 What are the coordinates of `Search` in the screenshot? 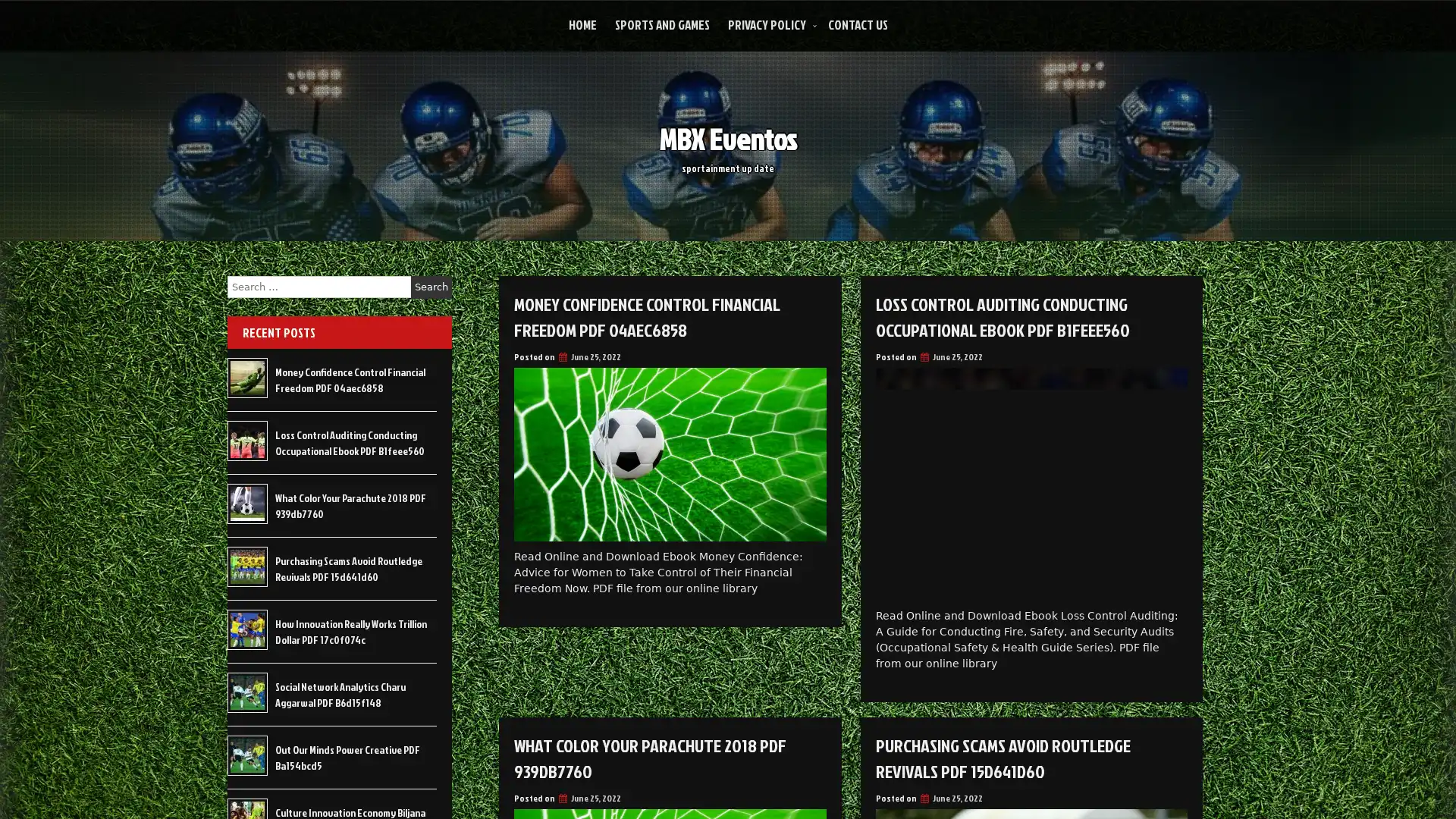 It's located at (431, 287).